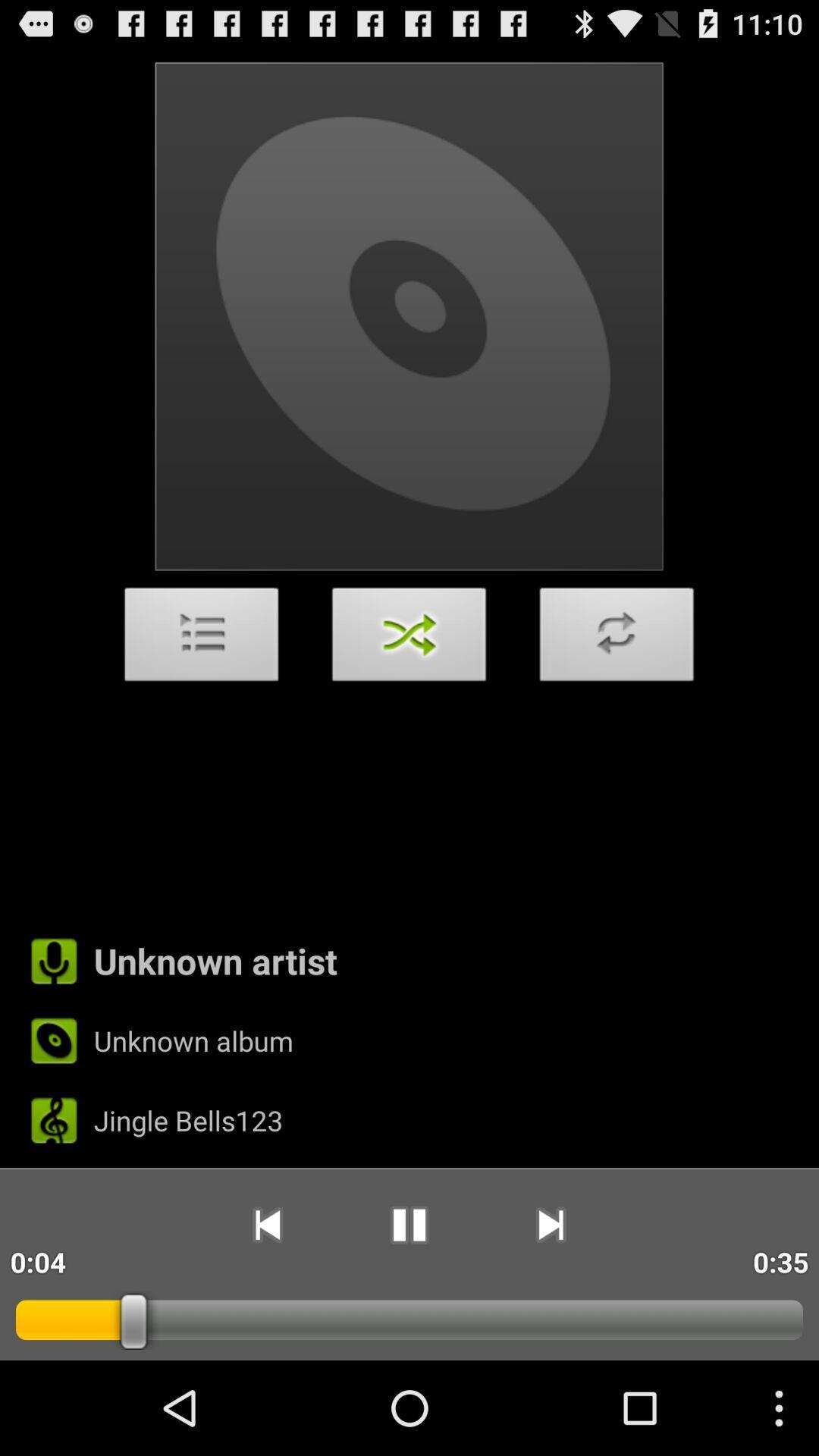  What do you see at coordinates (617, 639) in the screenshot?
I see `the item on the right` at bounding box center [617, 639].